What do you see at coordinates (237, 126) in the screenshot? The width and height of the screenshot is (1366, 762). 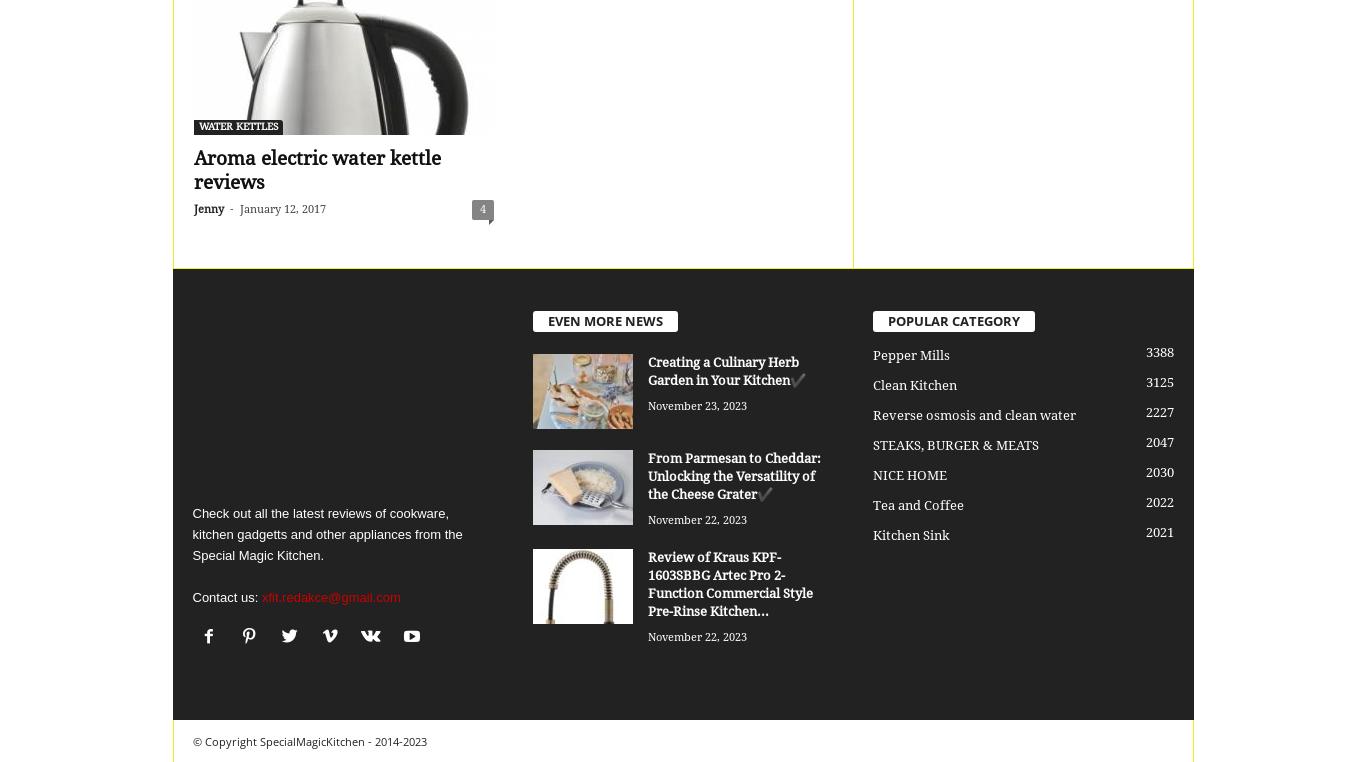 I see `'WATER KETTLES'` at bounding box center [237, 126].